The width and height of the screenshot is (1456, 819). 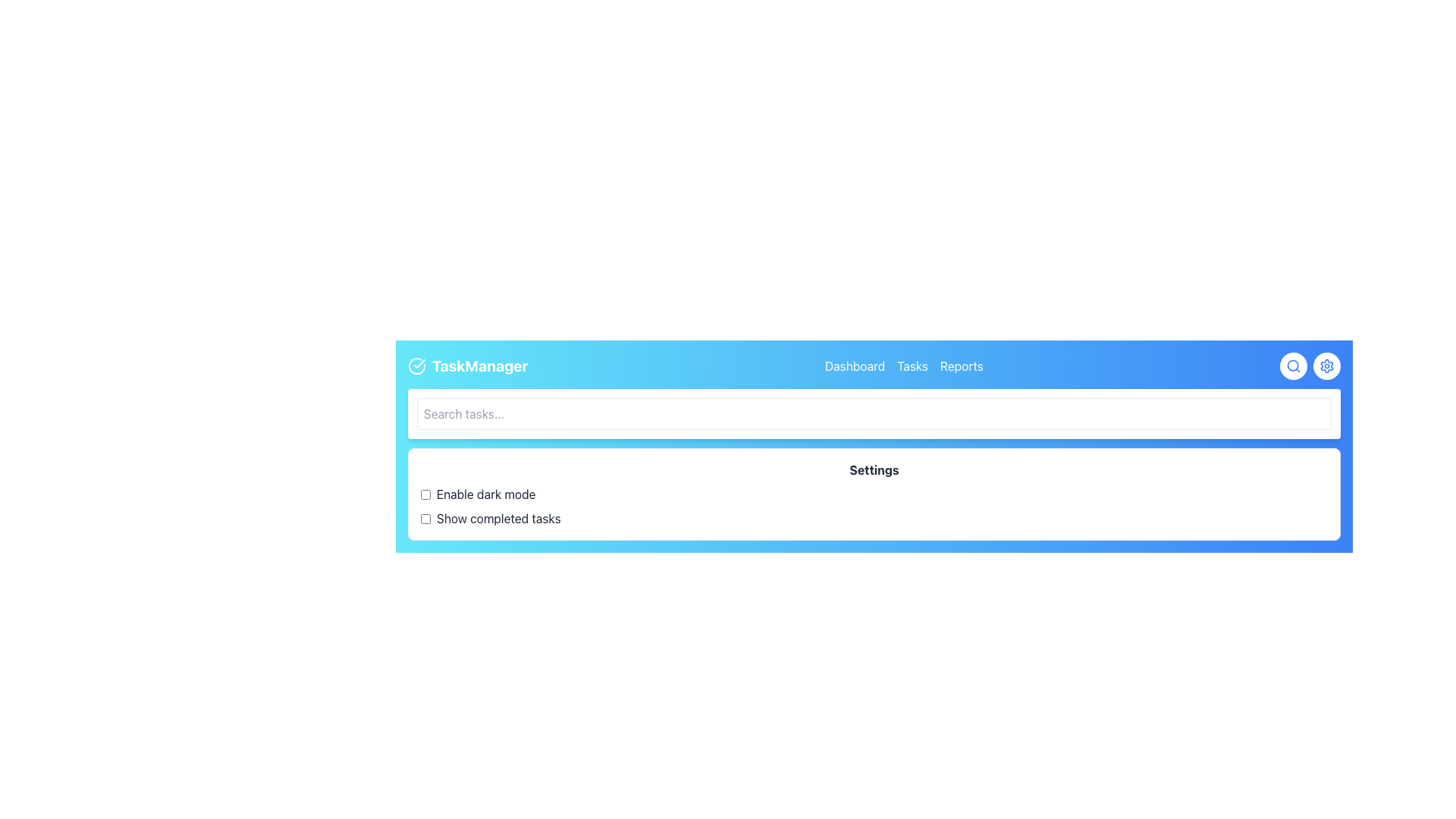 What do you see at coordinates (425, 494) in the screenshot?
I see `the checkbox for 'Enable dark mode' located at the far left of the text in the 'Settings' section` at bounding box center [425, 494].